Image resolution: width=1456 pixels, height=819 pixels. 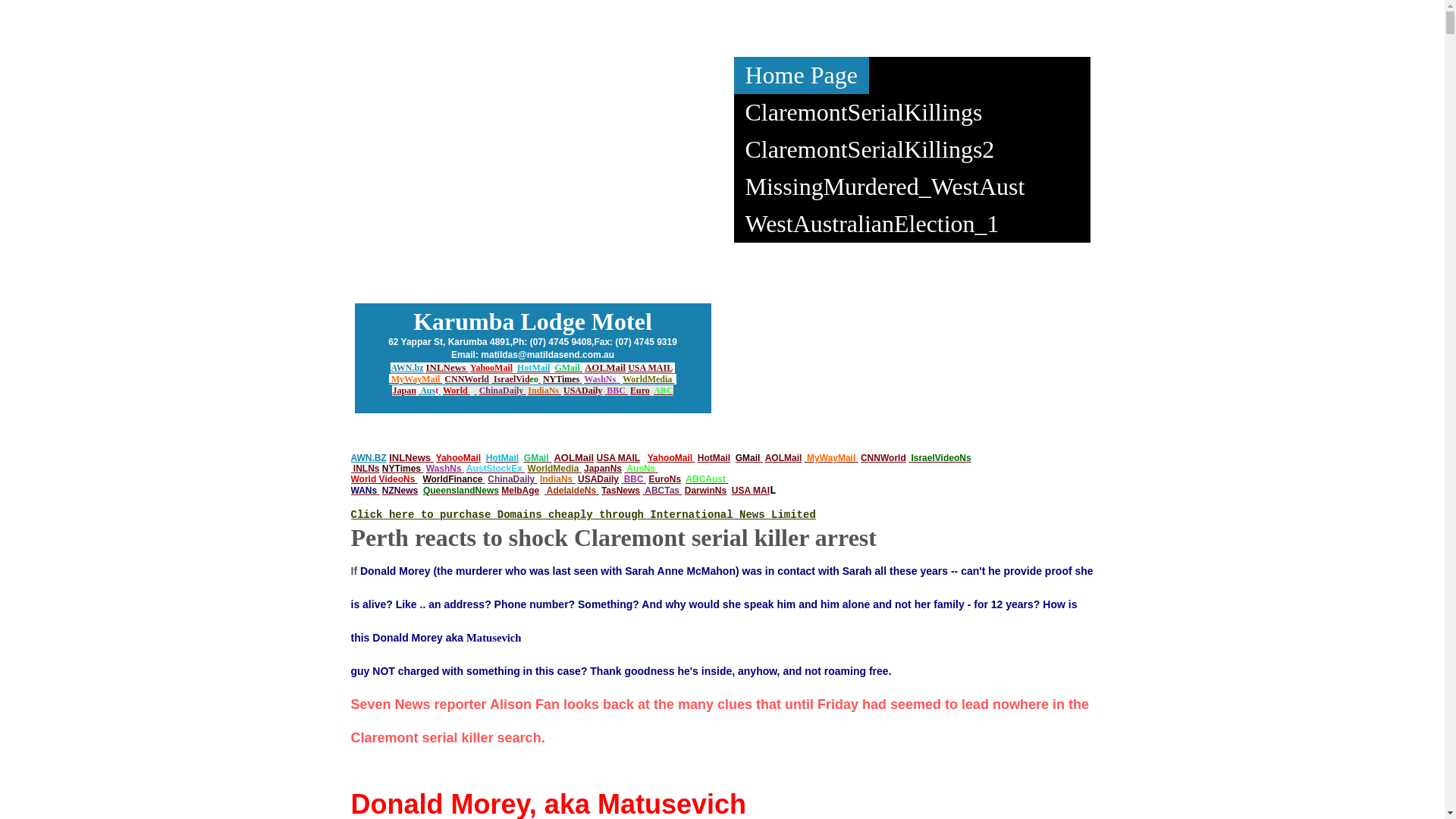 What do you see at coordinates (426, 390) in the screenshot?
I see `'Aus'` at bounding box center [426, 390].